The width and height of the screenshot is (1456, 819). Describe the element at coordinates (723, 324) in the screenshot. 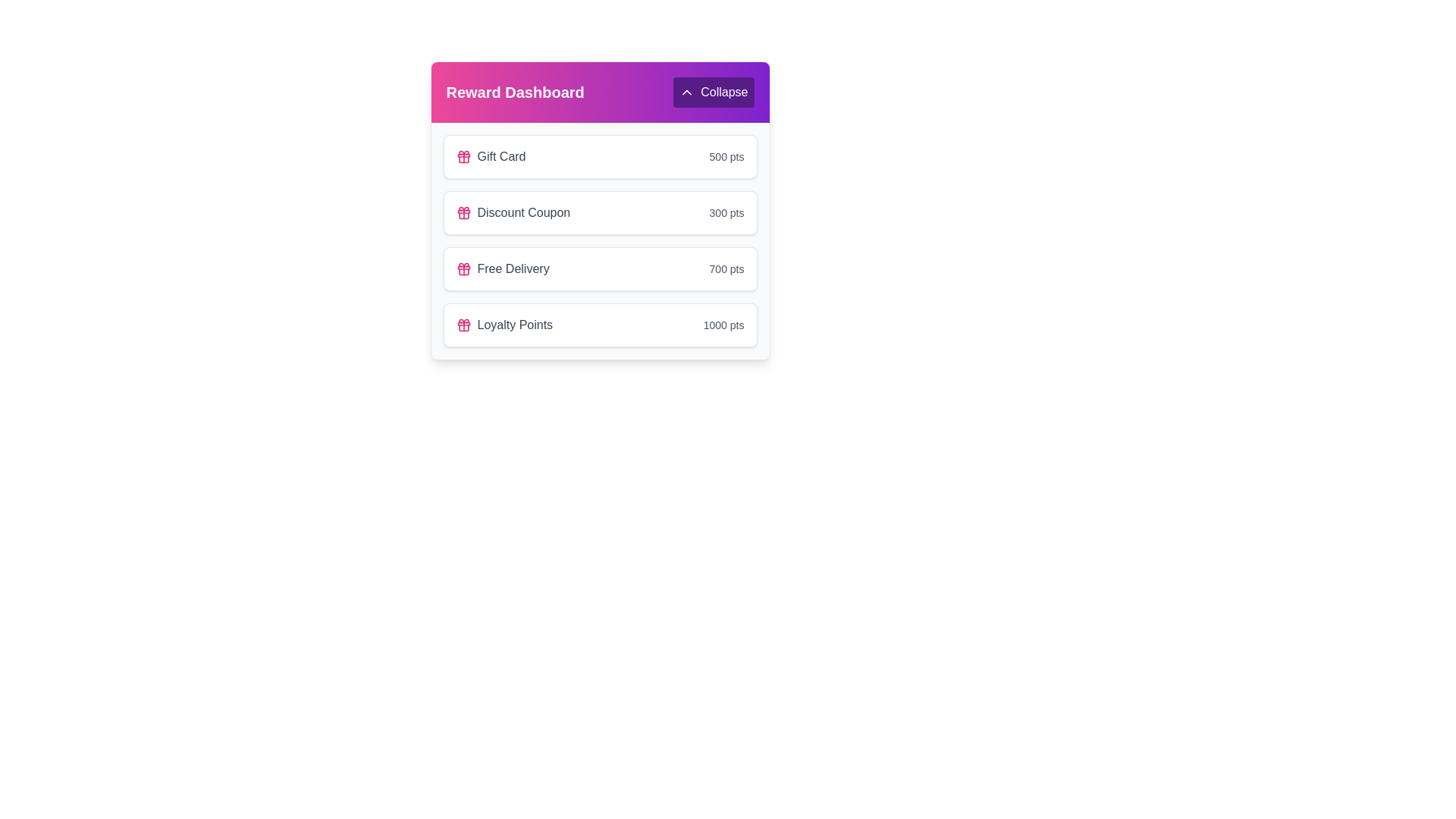

I see `the text label displaying '1000 pts' in a small, gray font, located in the card under 'Loyalty Points'` at that location.